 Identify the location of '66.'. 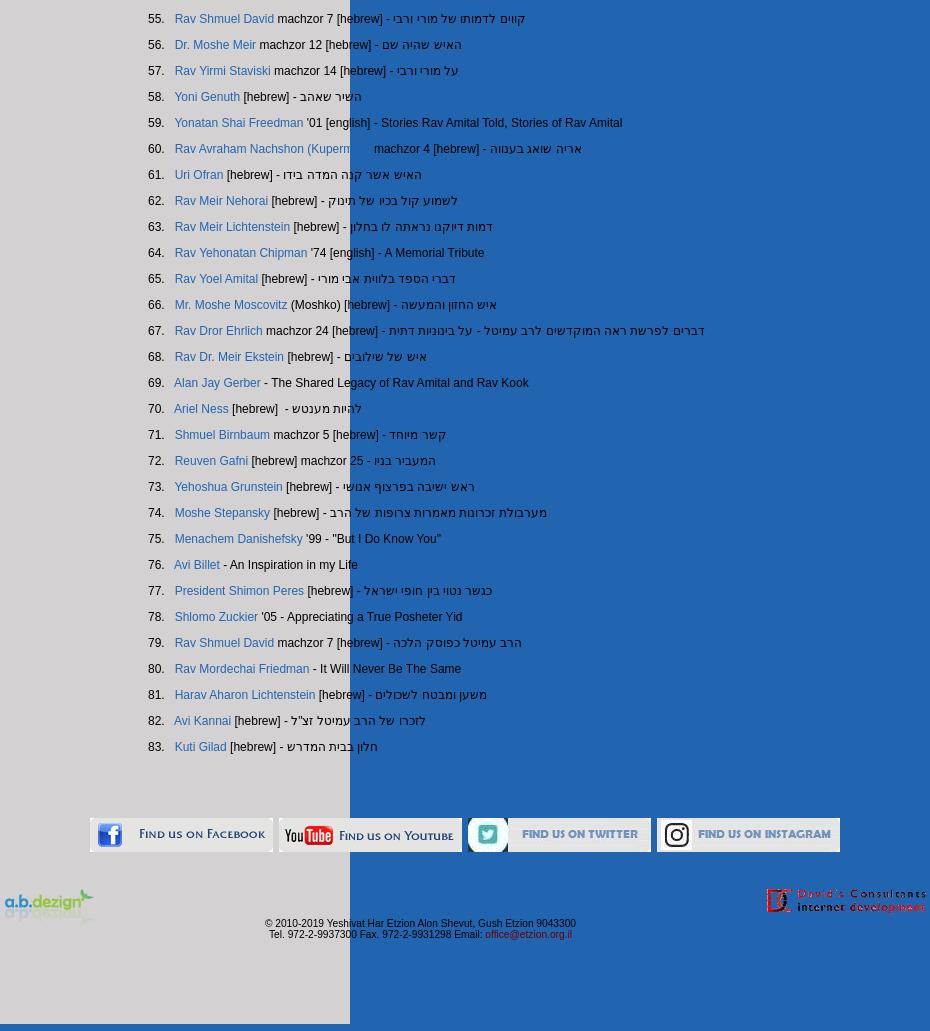
(147, 304).